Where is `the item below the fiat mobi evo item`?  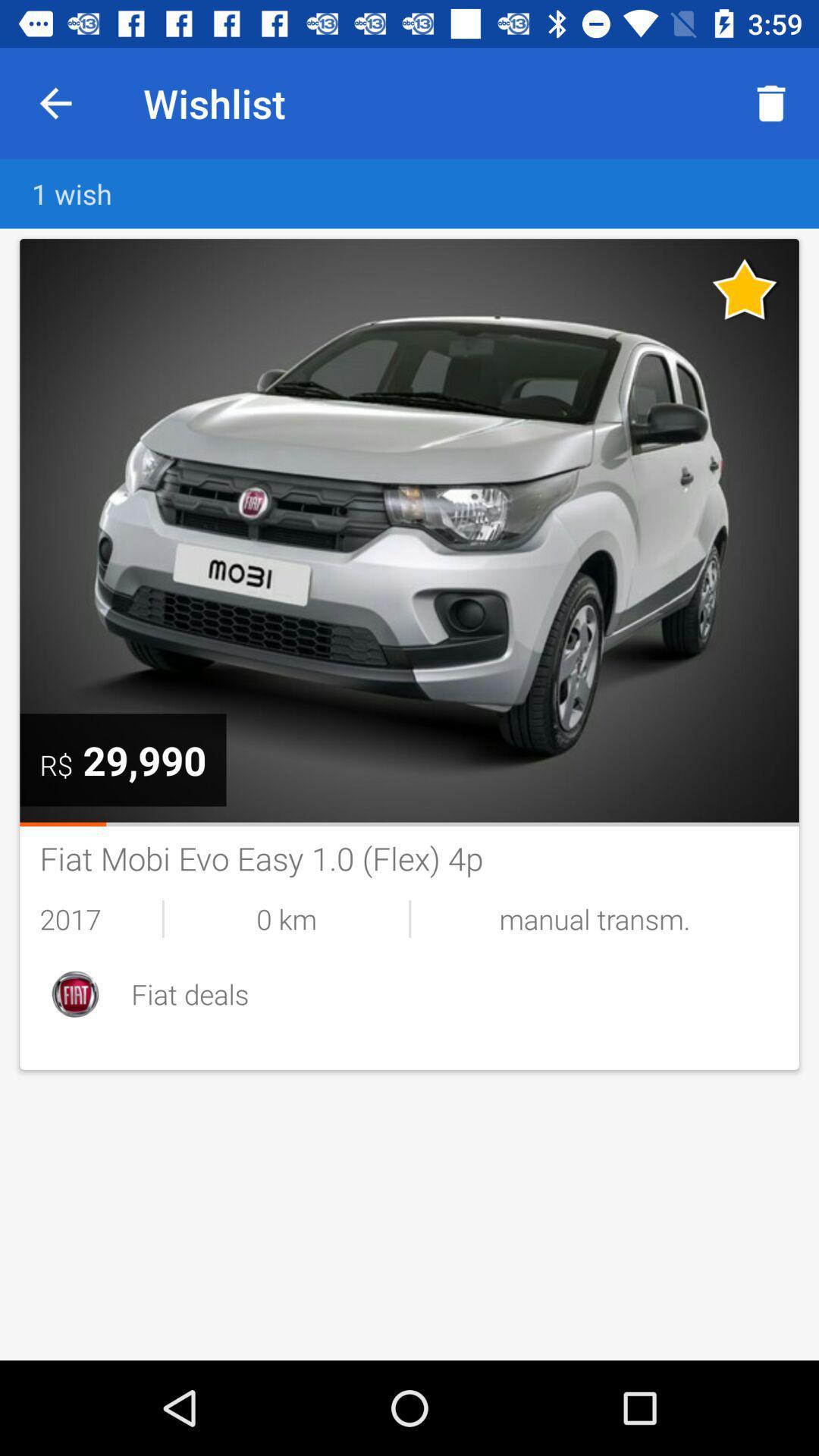
the item below the fiat mobi evo item is located at coordinates (101, 918).